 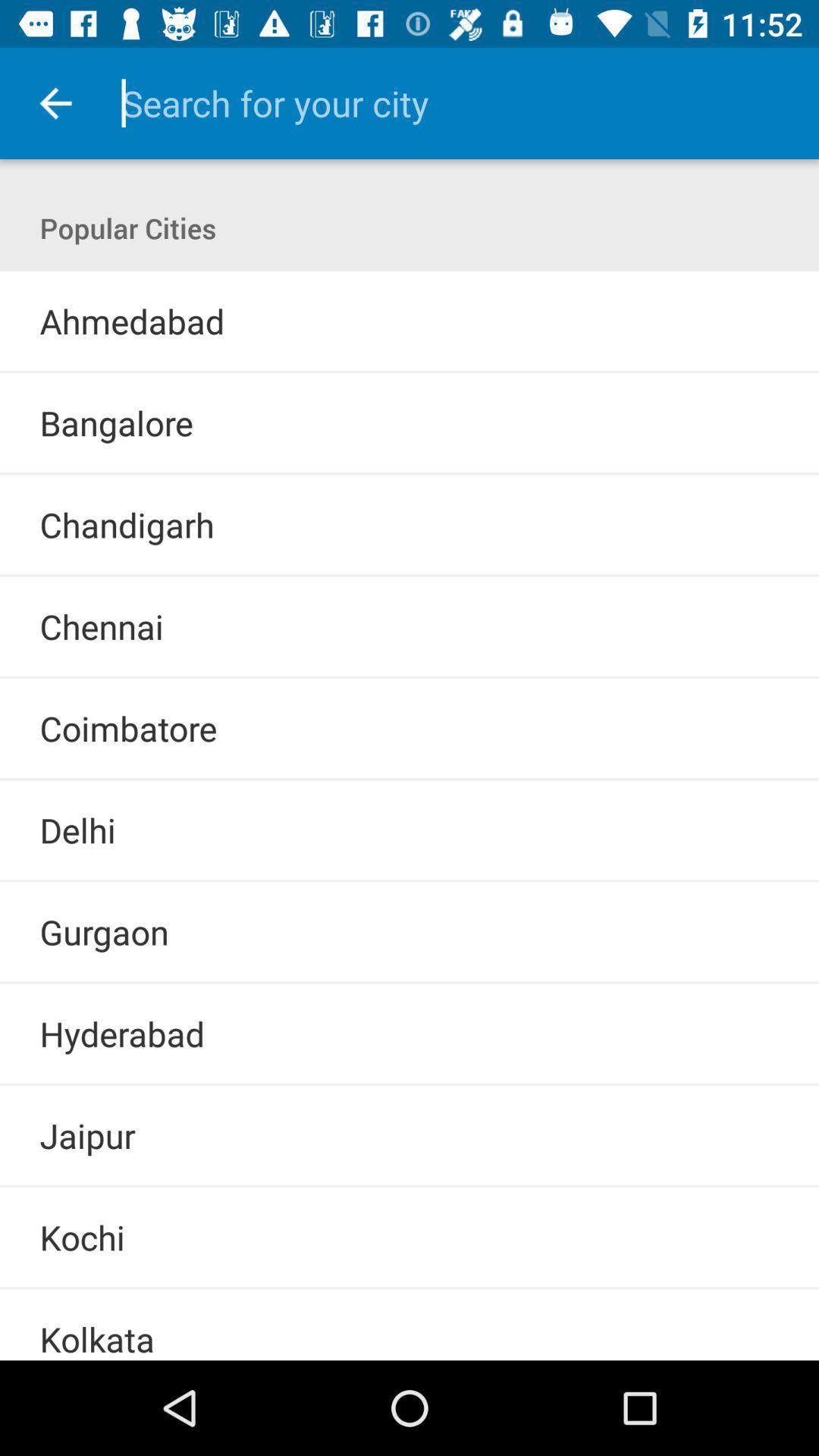 I want to click on the icon below the chandigarh item, so click(x=409, y=574).